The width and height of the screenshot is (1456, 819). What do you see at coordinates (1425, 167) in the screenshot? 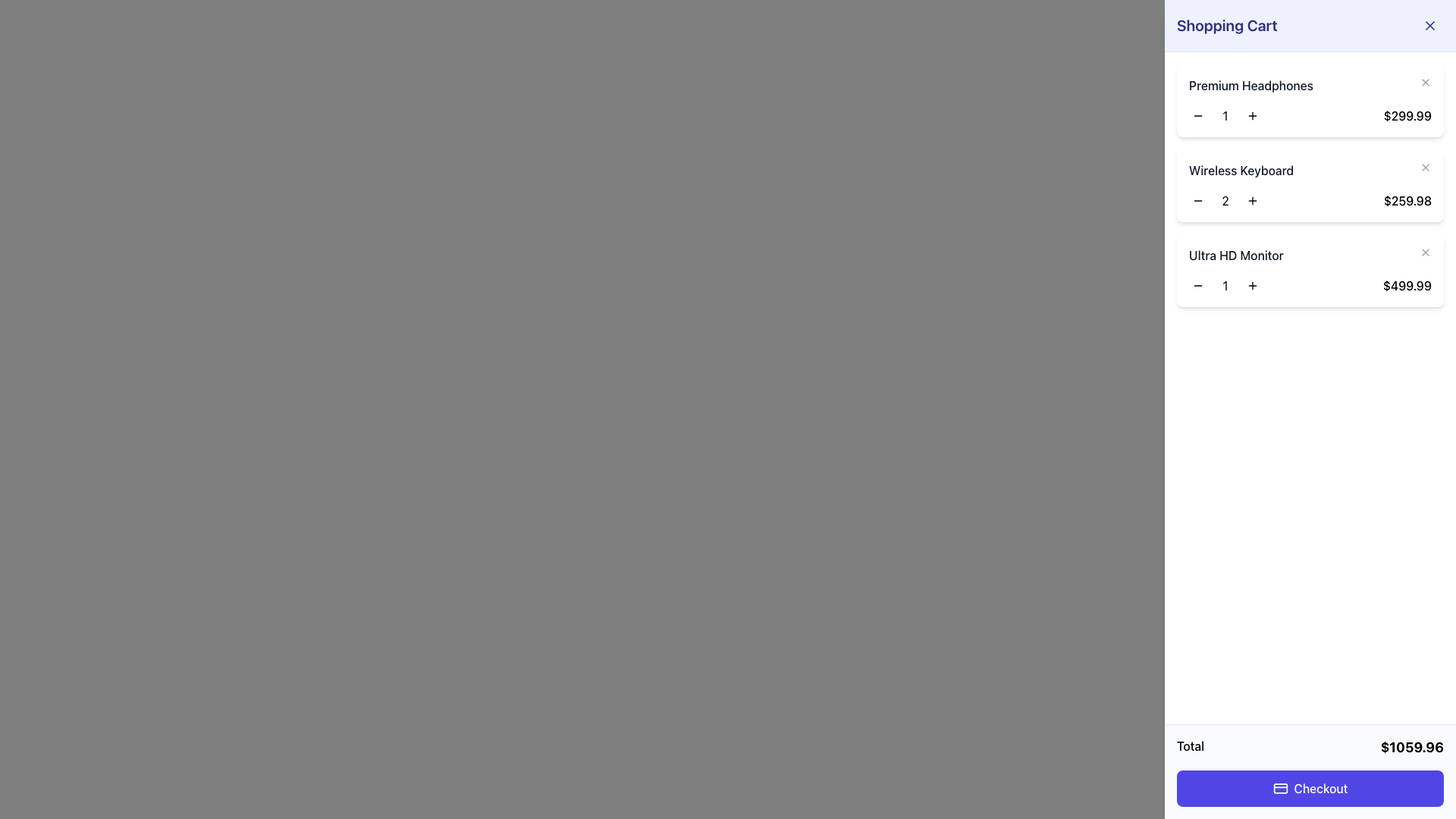
I see `the second interactive cross icon styled as a delete button located to the right of the 'Wireless Keyboard' item description in the shopping cart interface to change its color from gray to red` at bounding box center [1425, 167].